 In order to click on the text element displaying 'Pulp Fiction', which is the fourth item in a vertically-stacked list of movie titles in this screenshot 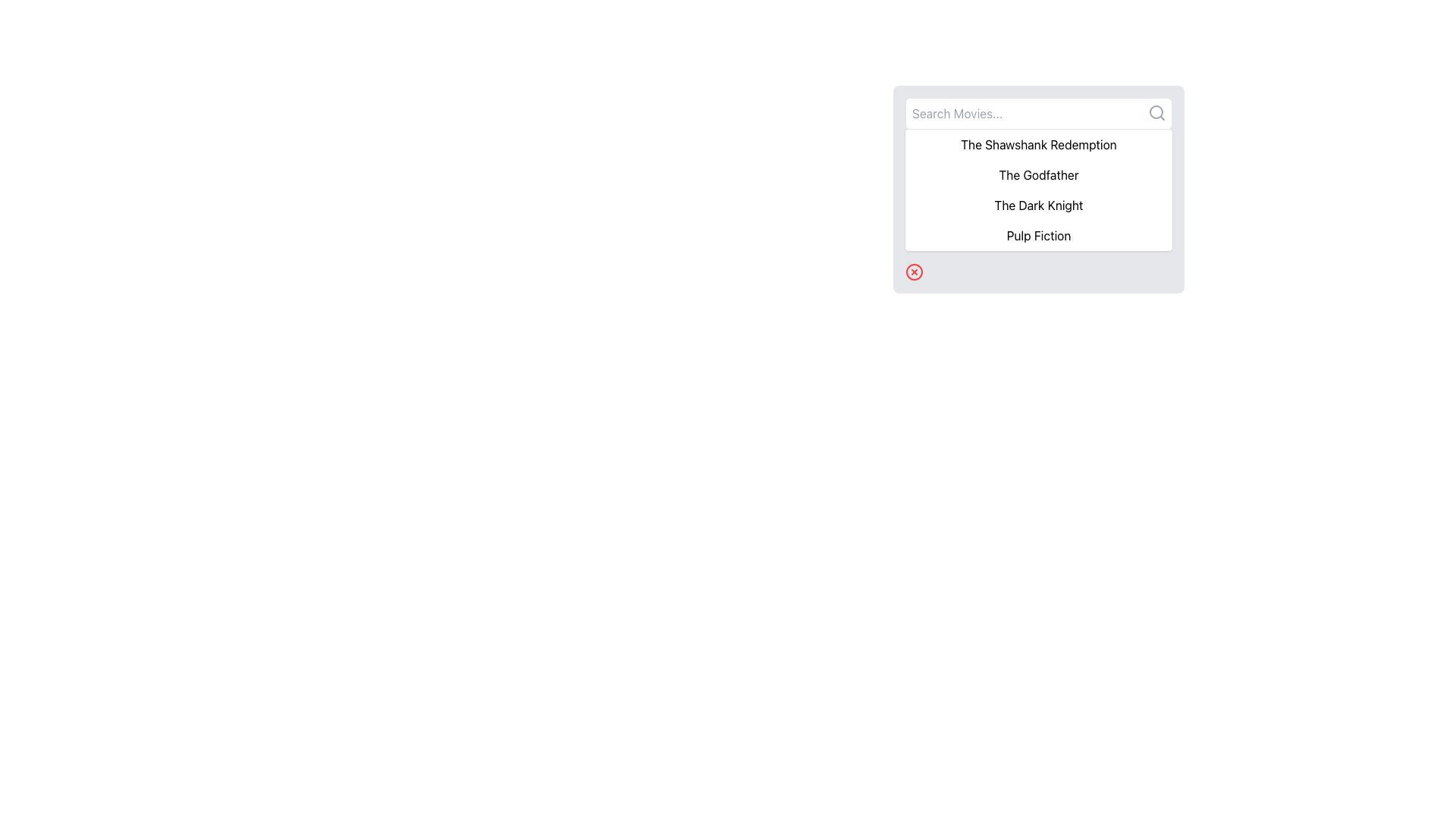, I will do `click(1037, 236)`.